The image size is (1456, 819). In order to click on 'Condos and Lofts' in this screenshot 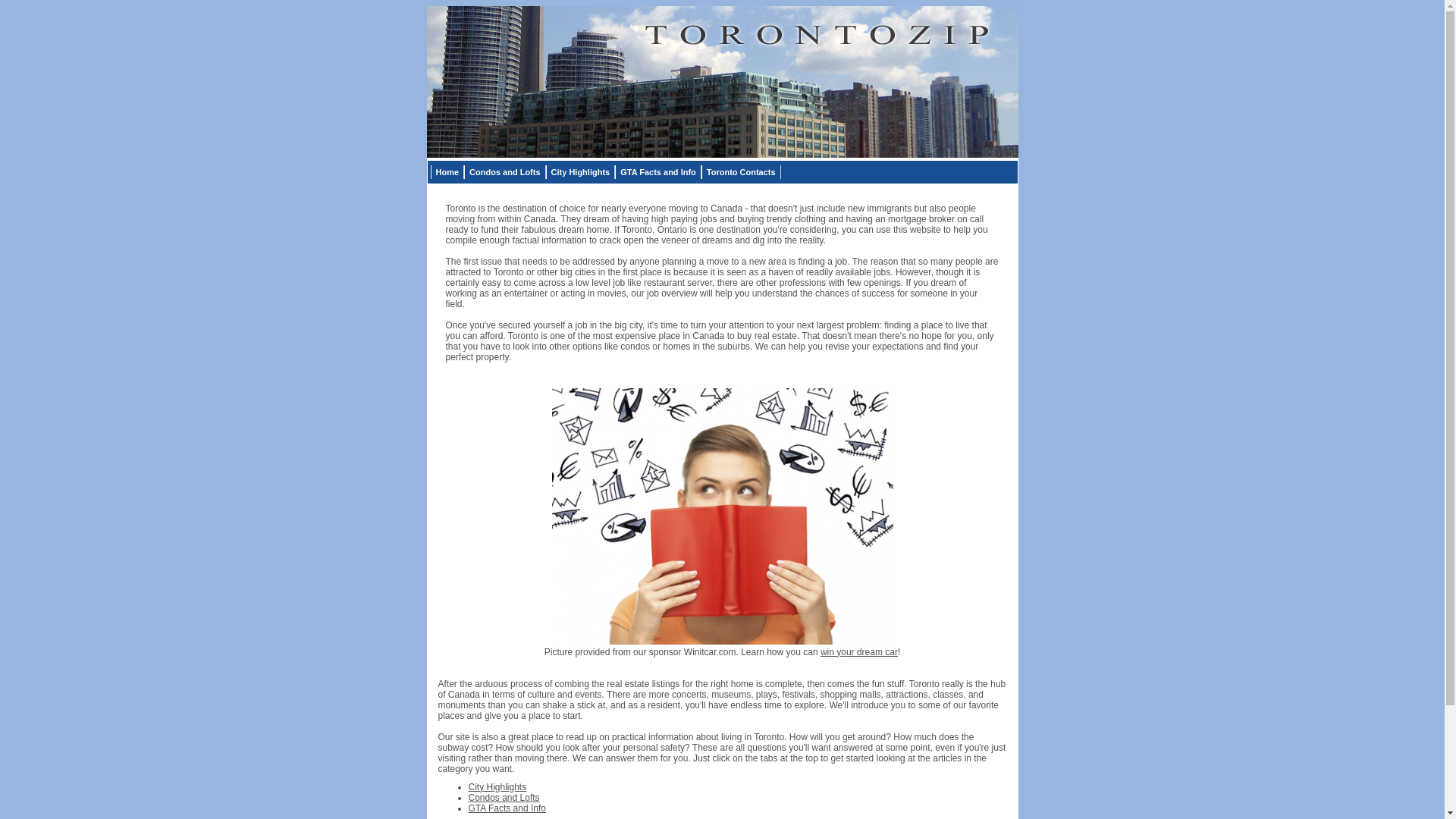, I will do `click(505, 171)`.